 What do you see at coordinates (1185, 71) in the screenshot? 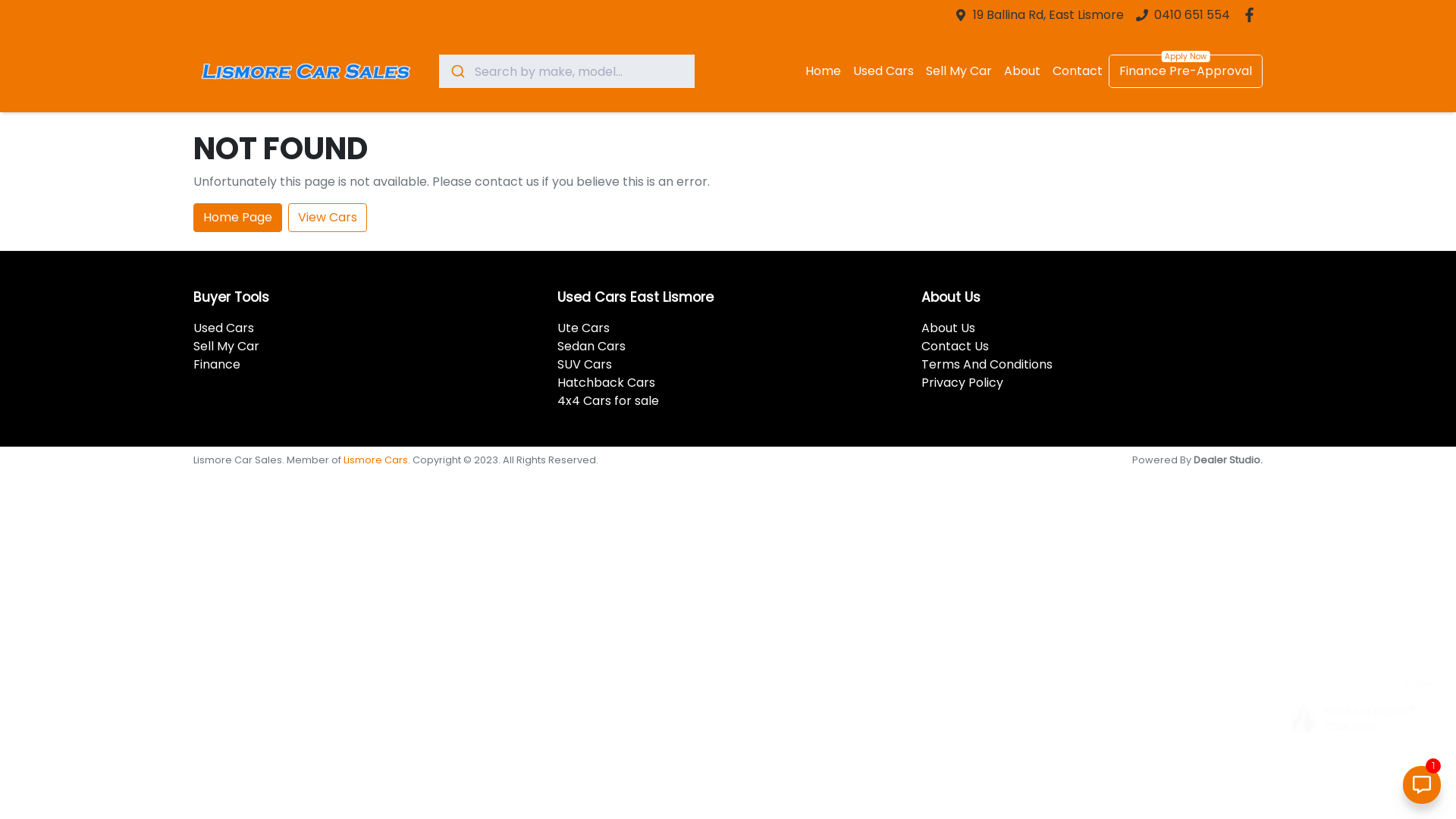
I see `'Finance Pre-Approval'` at bounding box center [1185, 71].